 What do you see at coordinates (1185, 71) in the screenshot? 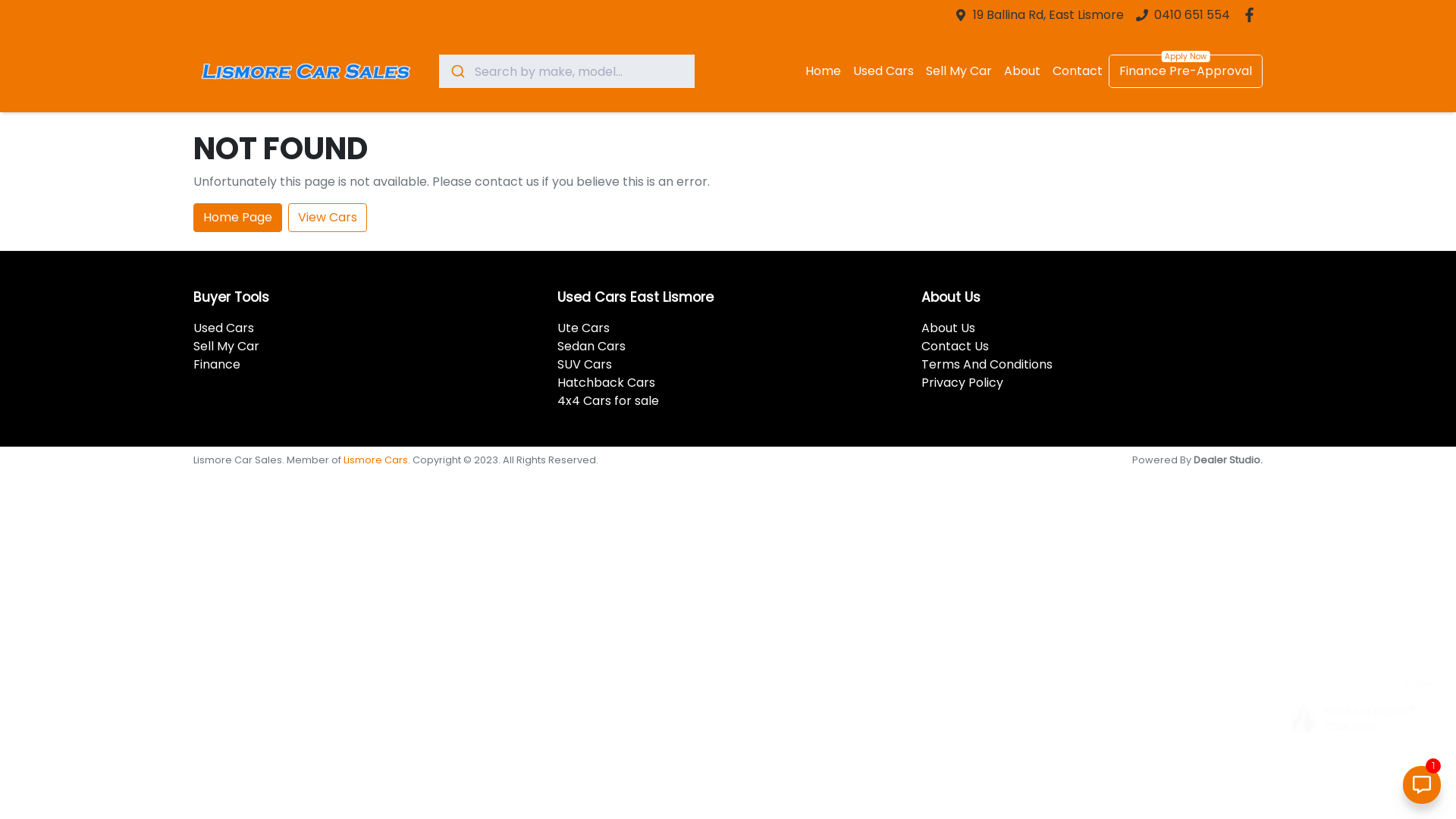
I see `'Finance Pre-Approval'` at bounding box center [1185, 71].